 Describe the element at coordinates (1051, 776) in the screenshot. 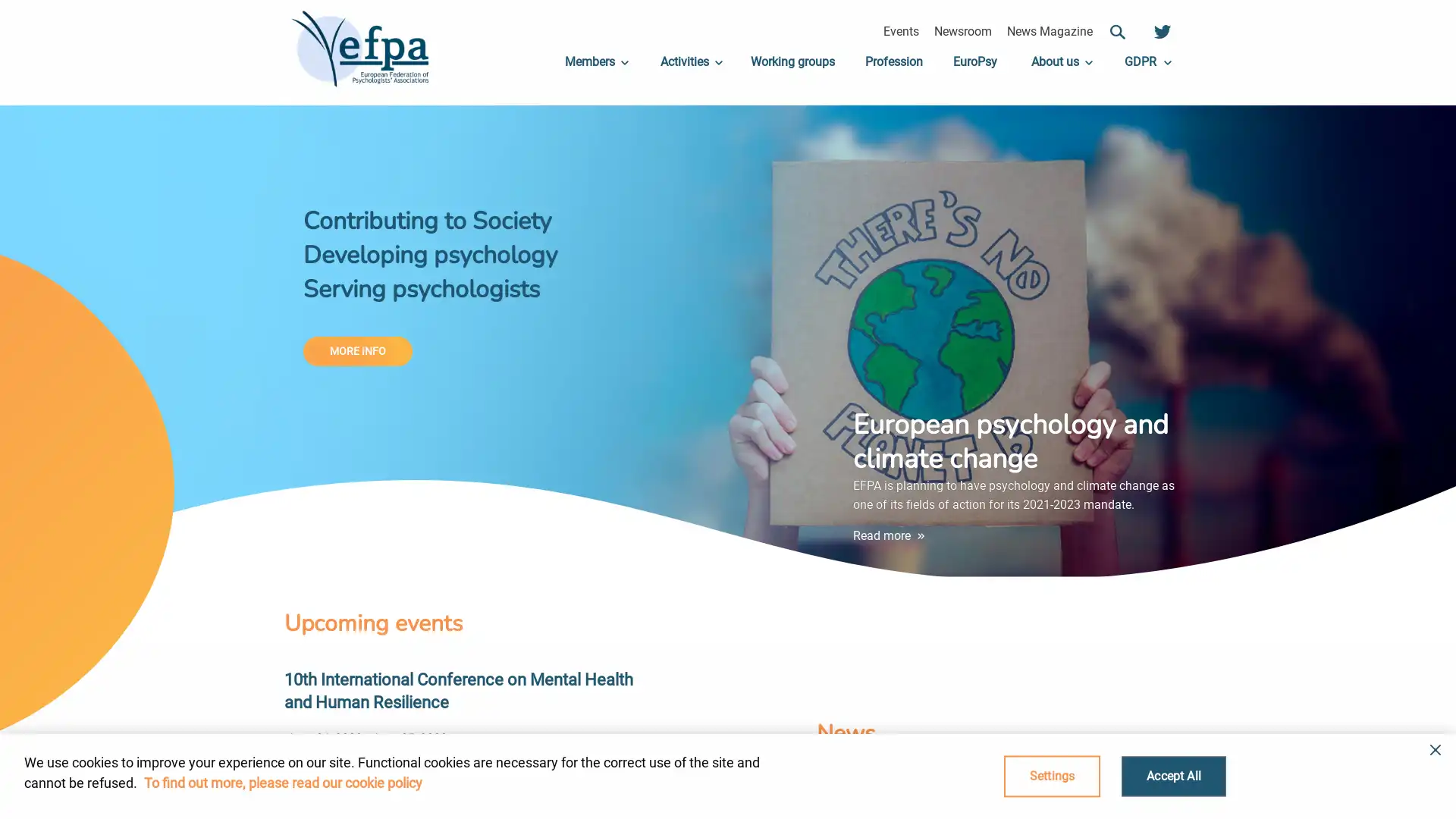

I see `Settings` at that location.